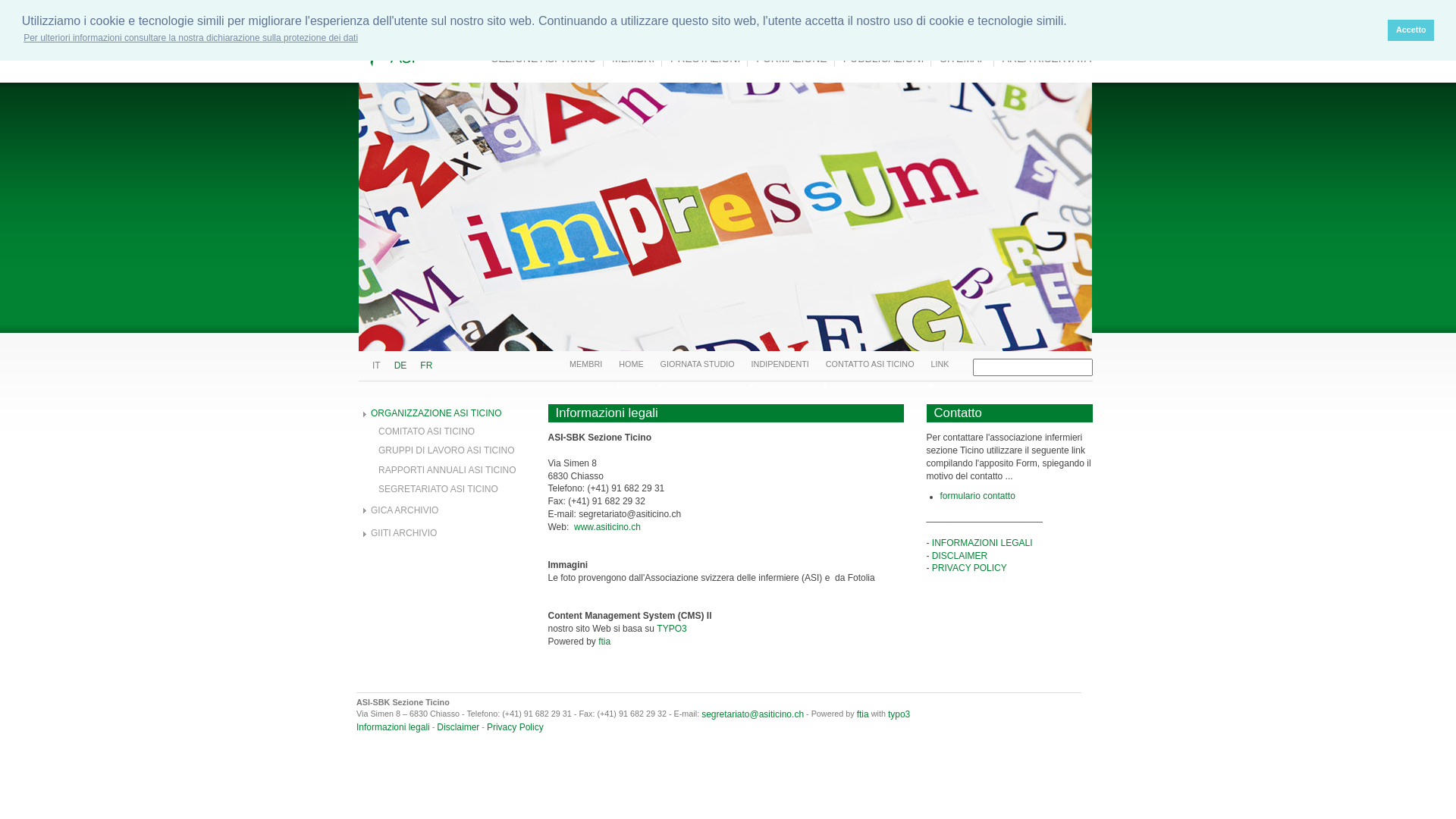 The width and height of the screenshot is (1456, 819). I want to click on 'Informazioni legali', so click(356, 726).